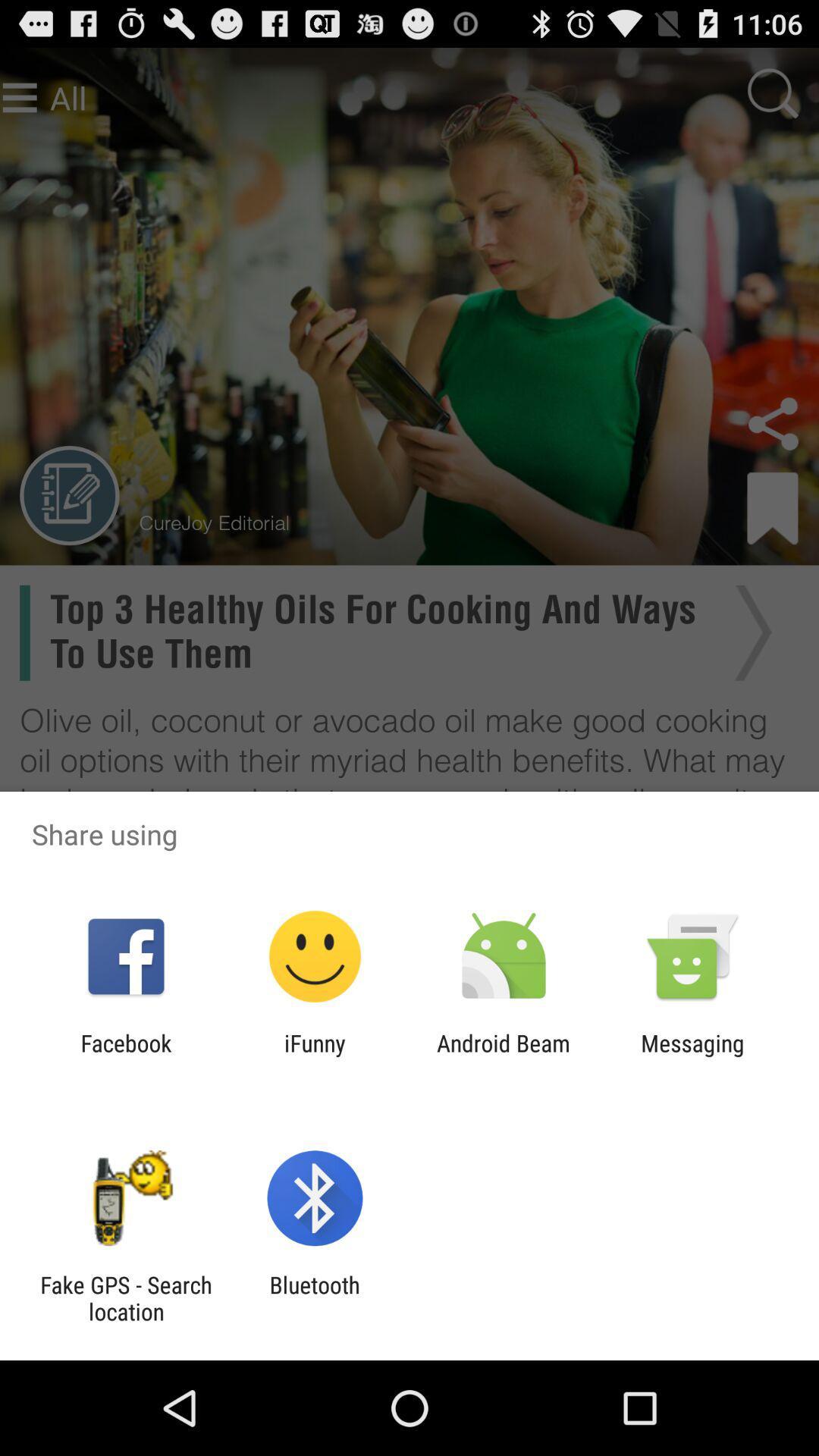 Image resolution: width=819 pixels, height=1456 pixels. Describe the element at coordinates (504, 1056) in the screenshot. I see `app to the left of the messaging` at that location.